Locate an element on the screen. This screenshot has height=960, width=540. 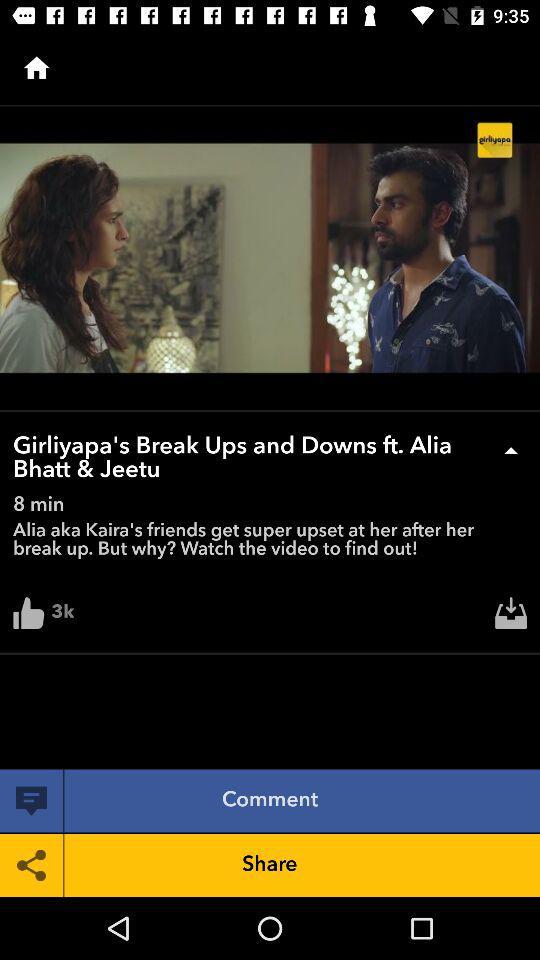
the icon next to 3k icon is located at coordinates (511, 617).